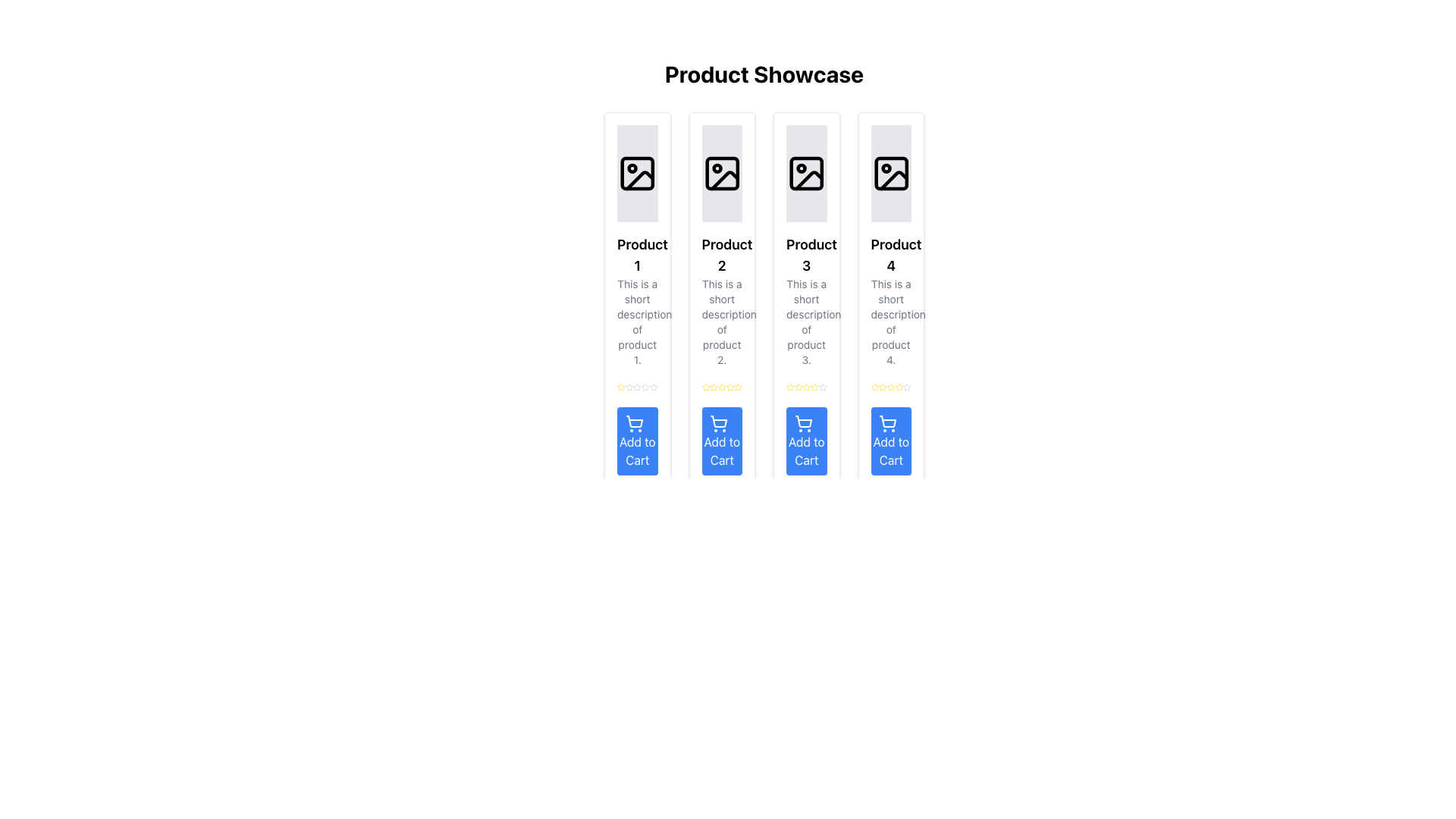 This screenshot has width=1456, height=819. I want to click on the sixth star icon in the rating system located under the second product in the grid layout, so click(730, 386).